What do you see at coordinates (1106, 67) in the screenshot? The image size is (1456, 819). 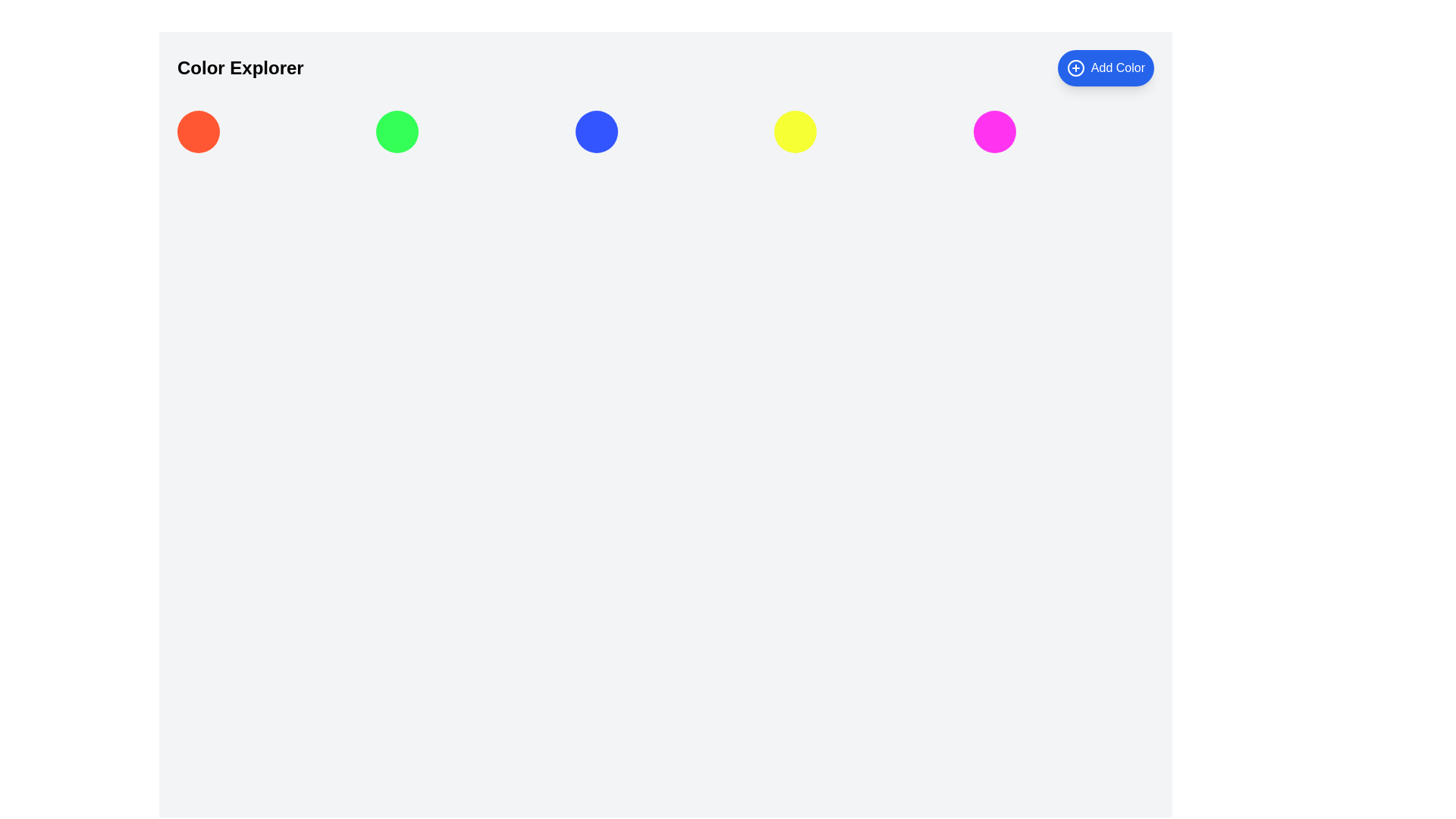 I see `the blue button with rounded edges labeled 'Add Color'` at bounding box center [1106, 67].